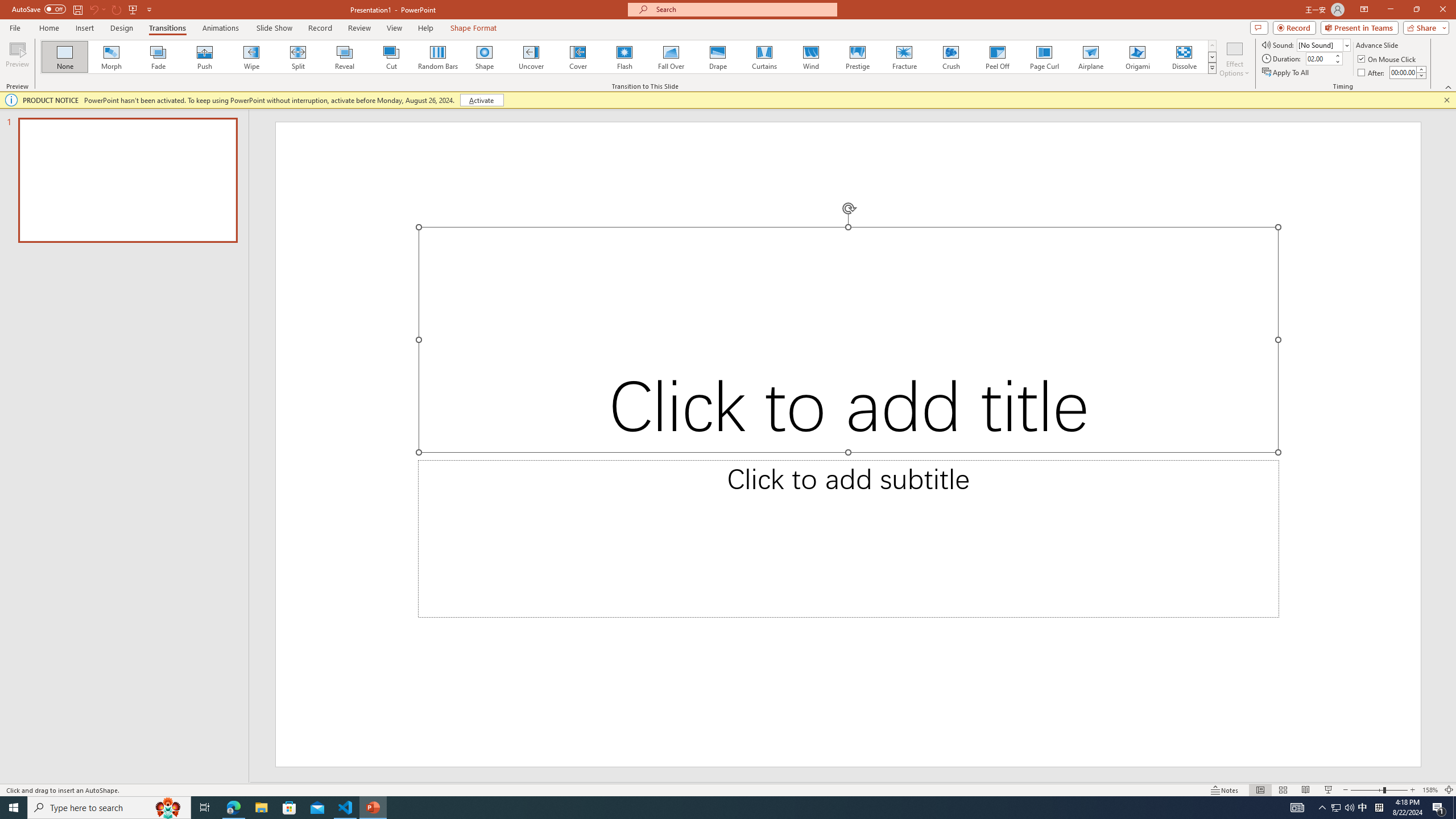 The width and height of the screenshot is (1456, 819). I want to click on 'Split', so click(297, 56).